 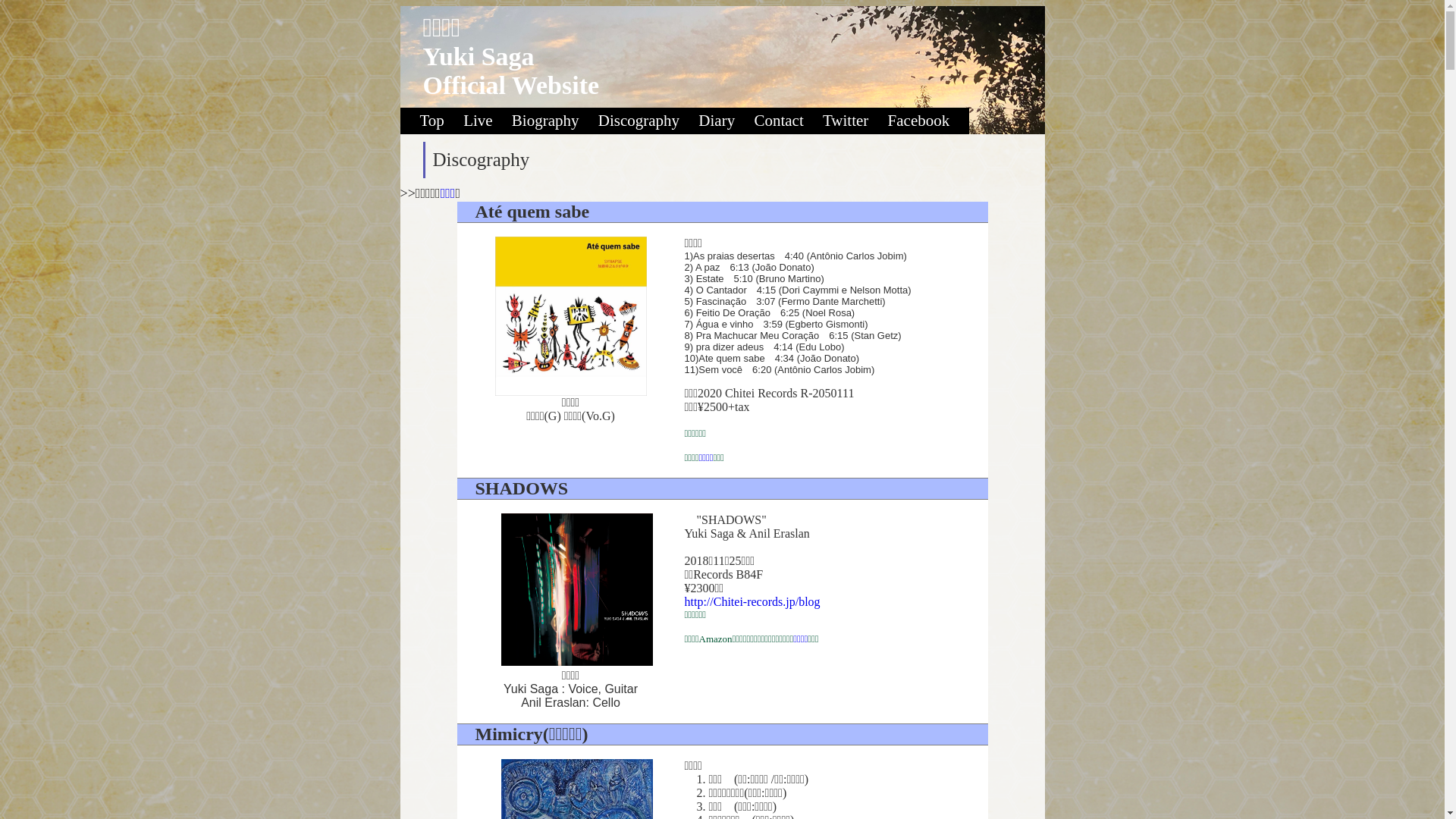 What do you see at coordinates (753, 119) in the screenshot?
I see `'Contact'` at bounding box center [753, 119].